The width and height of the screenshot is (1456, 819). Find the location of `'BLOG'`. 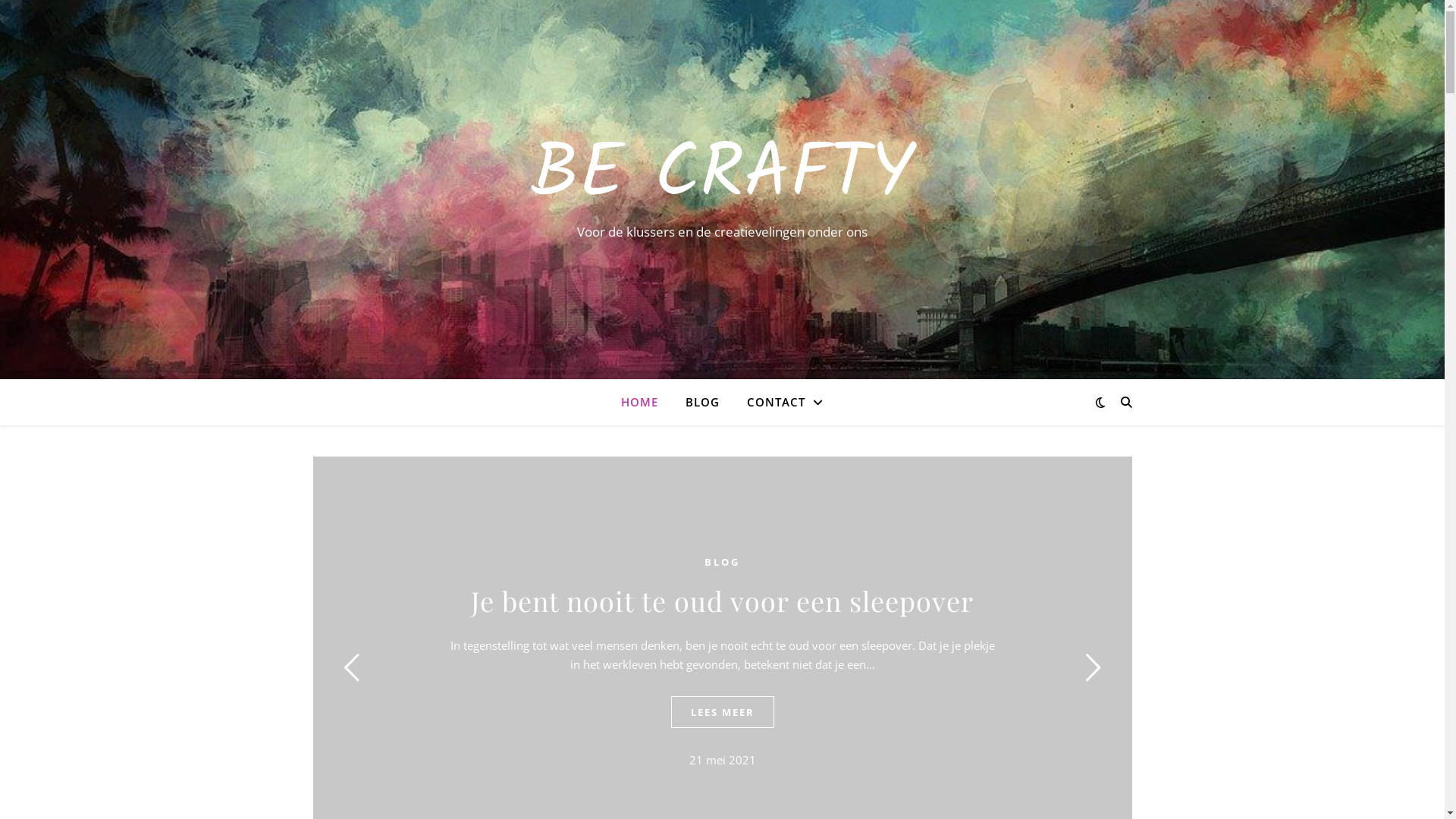

'BLOG' is located at coordinates (704, 561).